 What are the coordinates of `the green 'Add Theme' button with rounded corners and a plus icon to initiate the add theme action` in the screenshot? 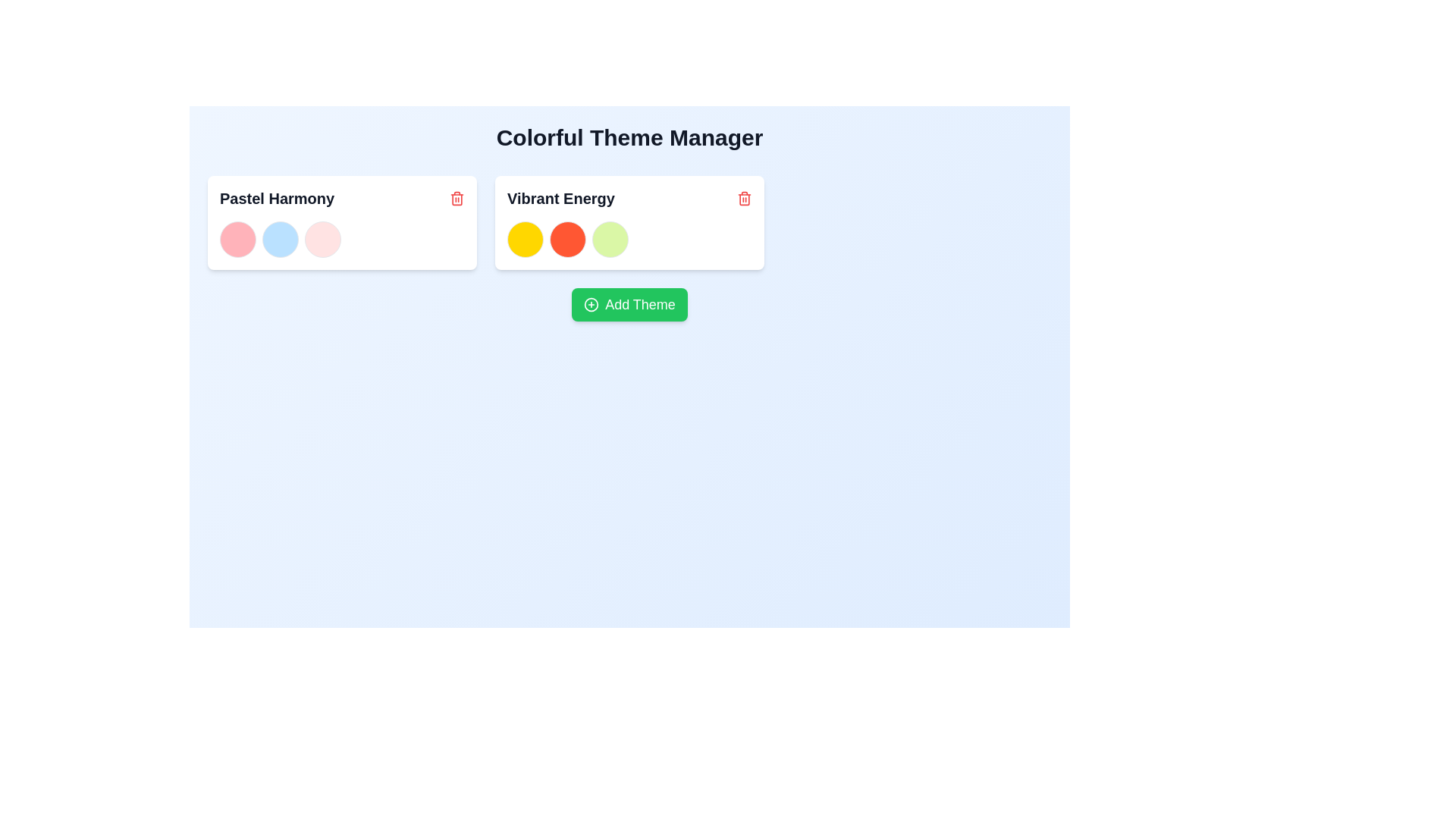 It's located at (629, 304).